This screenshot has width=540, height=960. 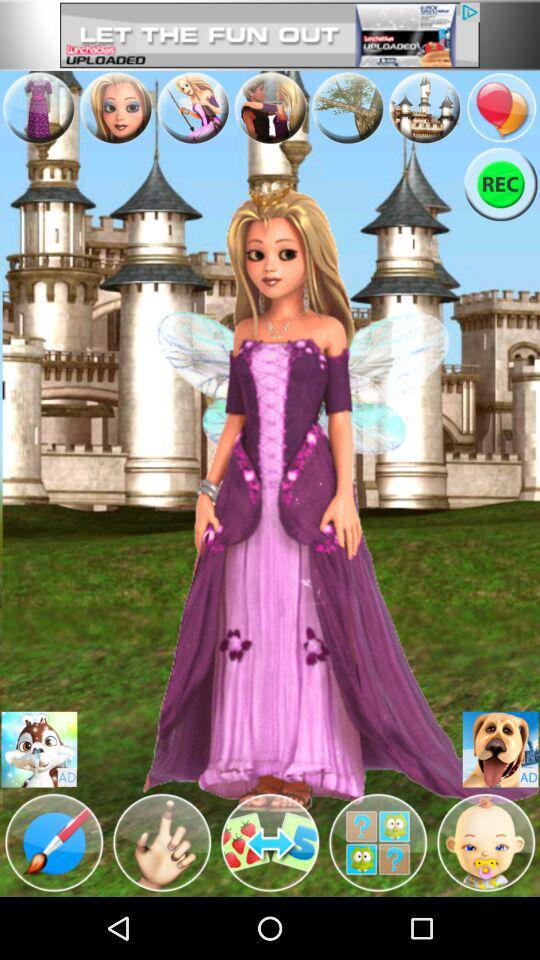 I want to click on avertisement, so click(x=270, y=108).